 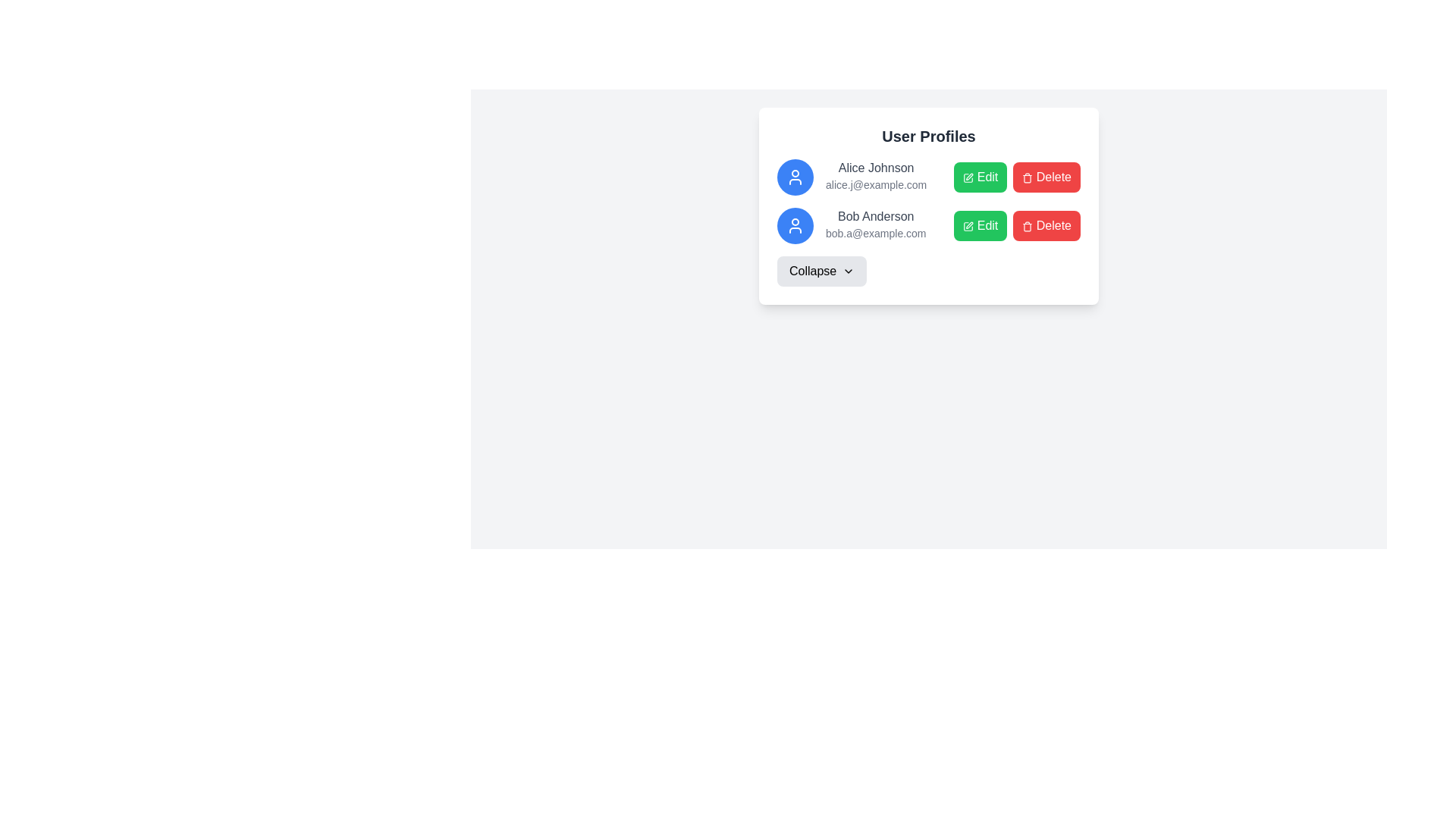 What do you see at coordinates (795, 225) in the screenshot?
I see `the circular blue user icon with a white user icon in the center, which is visually aligned to the left of the text 'Bob Anderson' and 'bob.a@example.com.'` at bounding box center [795, 225].